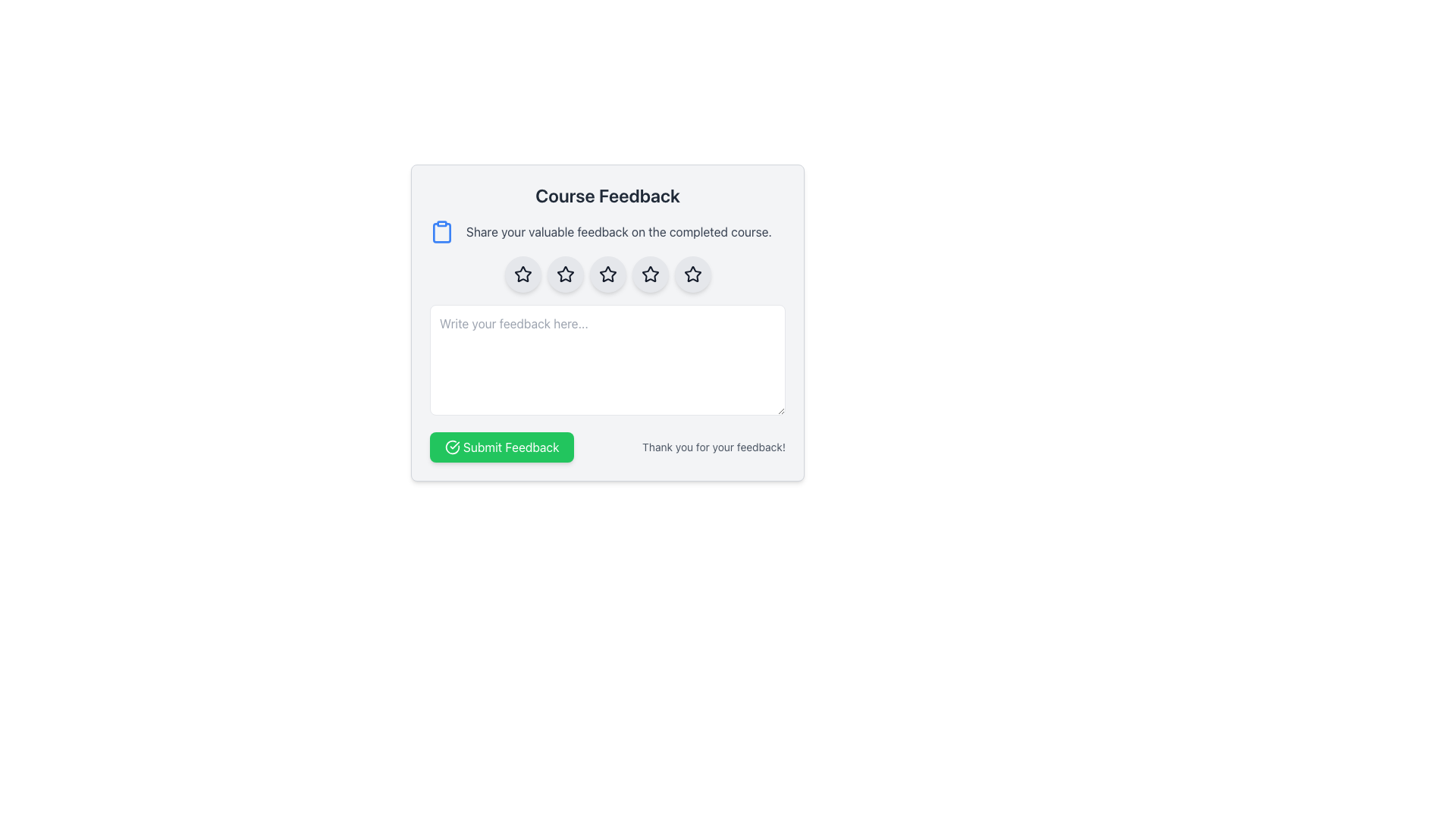  What do you see at coordinates (564, 275) in the screenshot?
I see `the second star in the horizontal row of five stars` at bounding box center [564, 275].